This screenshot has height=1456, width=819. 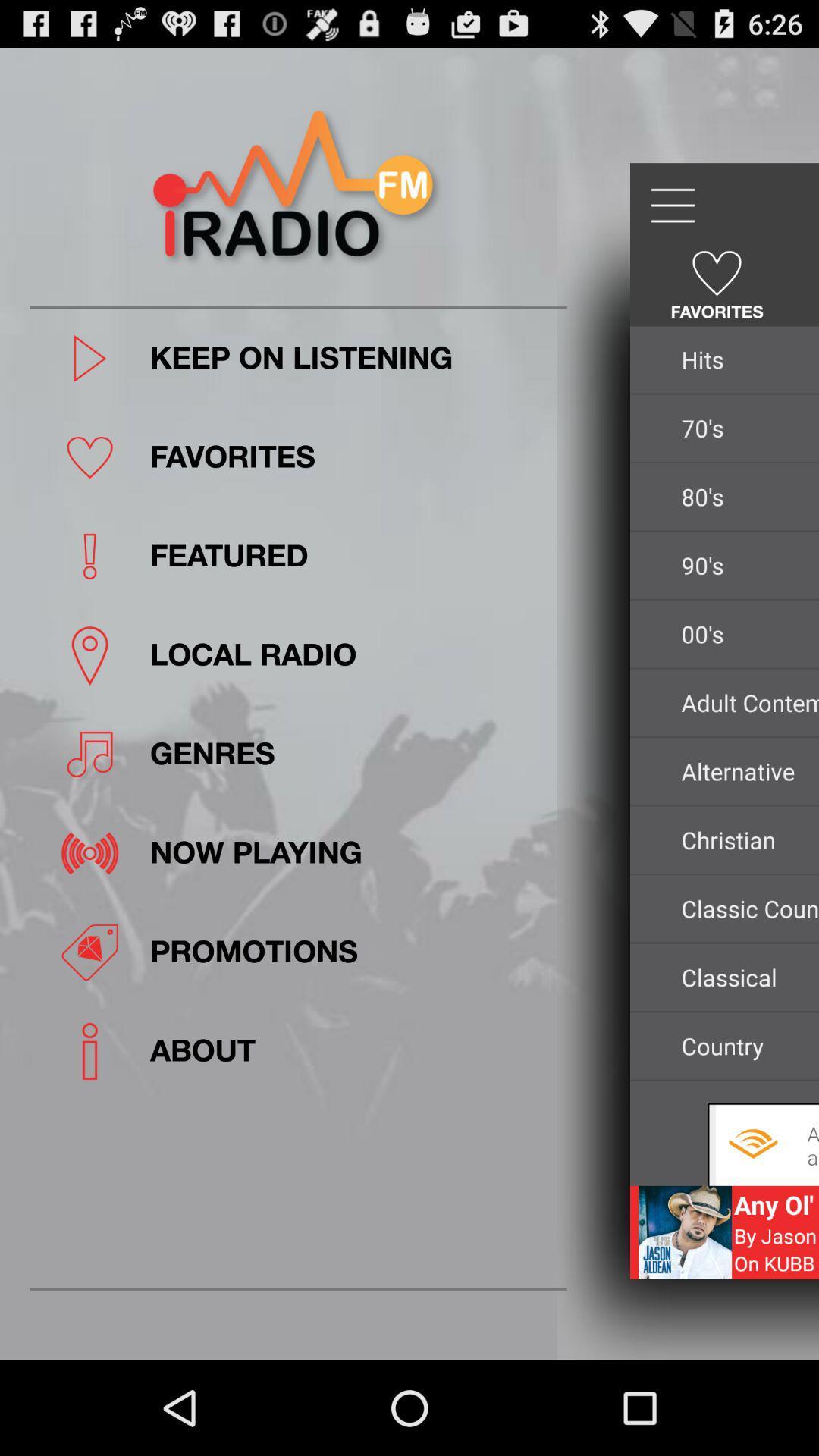 I want to click on the app below adult contemporary icon, so click(x=745, y=771).